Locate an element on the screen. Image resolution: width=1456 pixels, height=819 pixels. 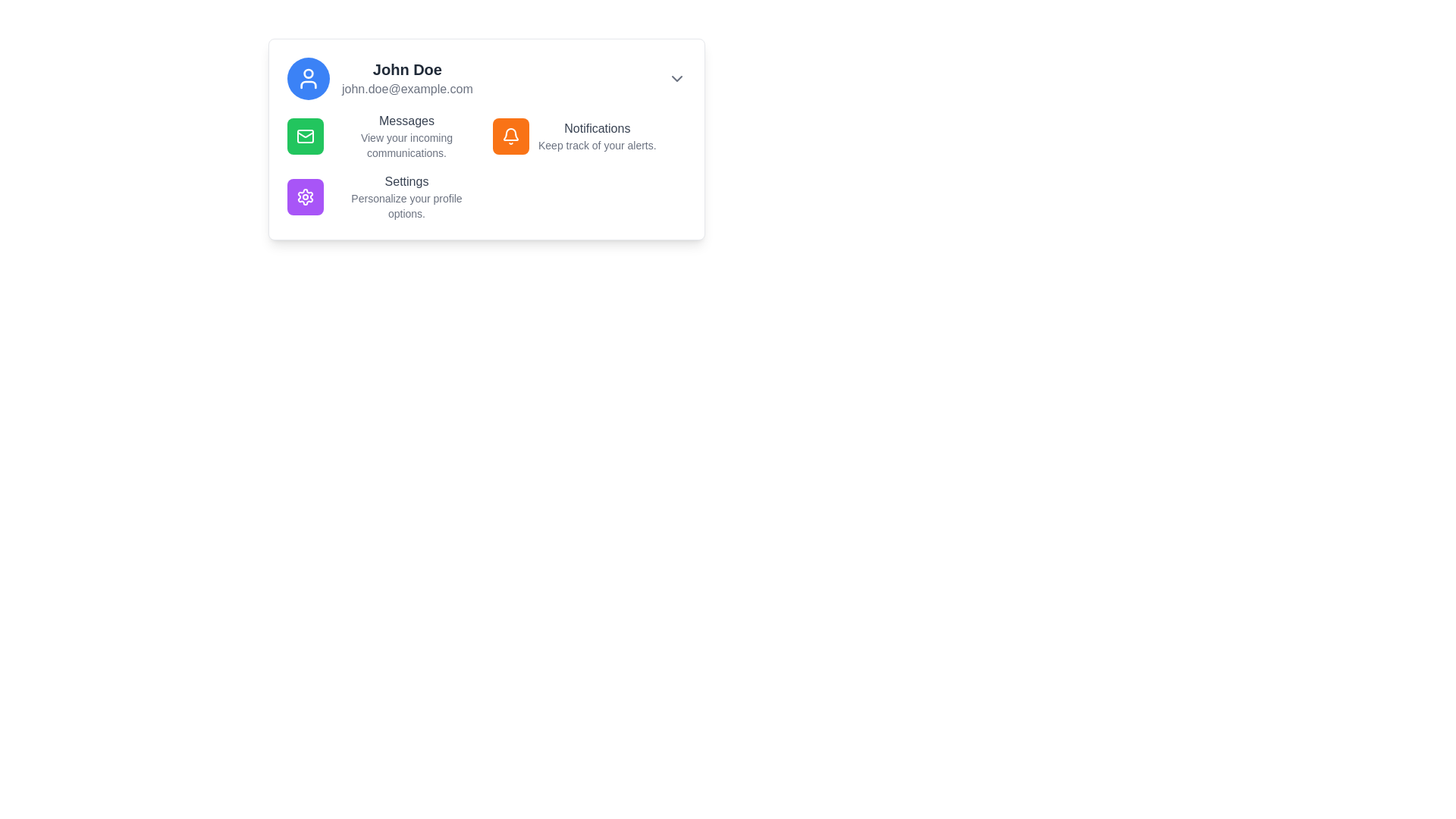
text label titled 'Notifications' and its subtitle 'Keep track of your alerts.' which is styled in medium gray and bold font, located in the middle-right section of the menu layout is located at coordinates (596, 136).